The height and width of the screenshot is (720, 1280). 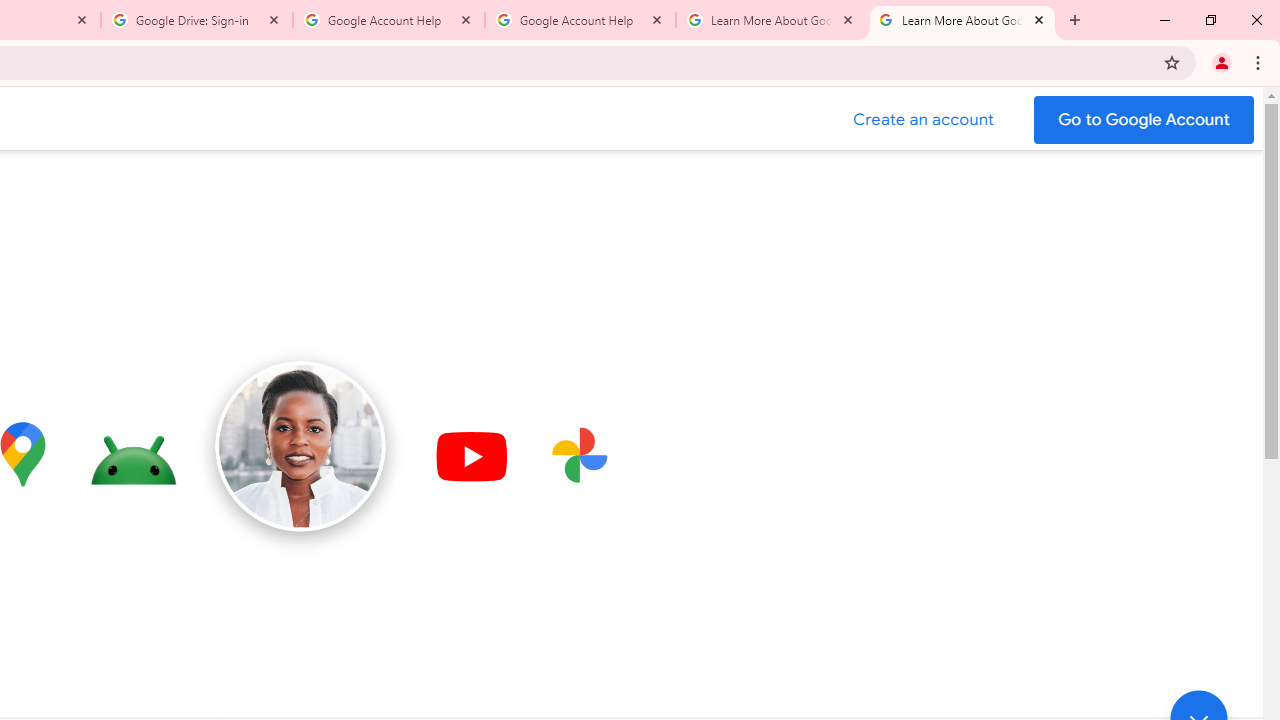 I want to click on 'Google Account Help', so click(x=389, y=20).